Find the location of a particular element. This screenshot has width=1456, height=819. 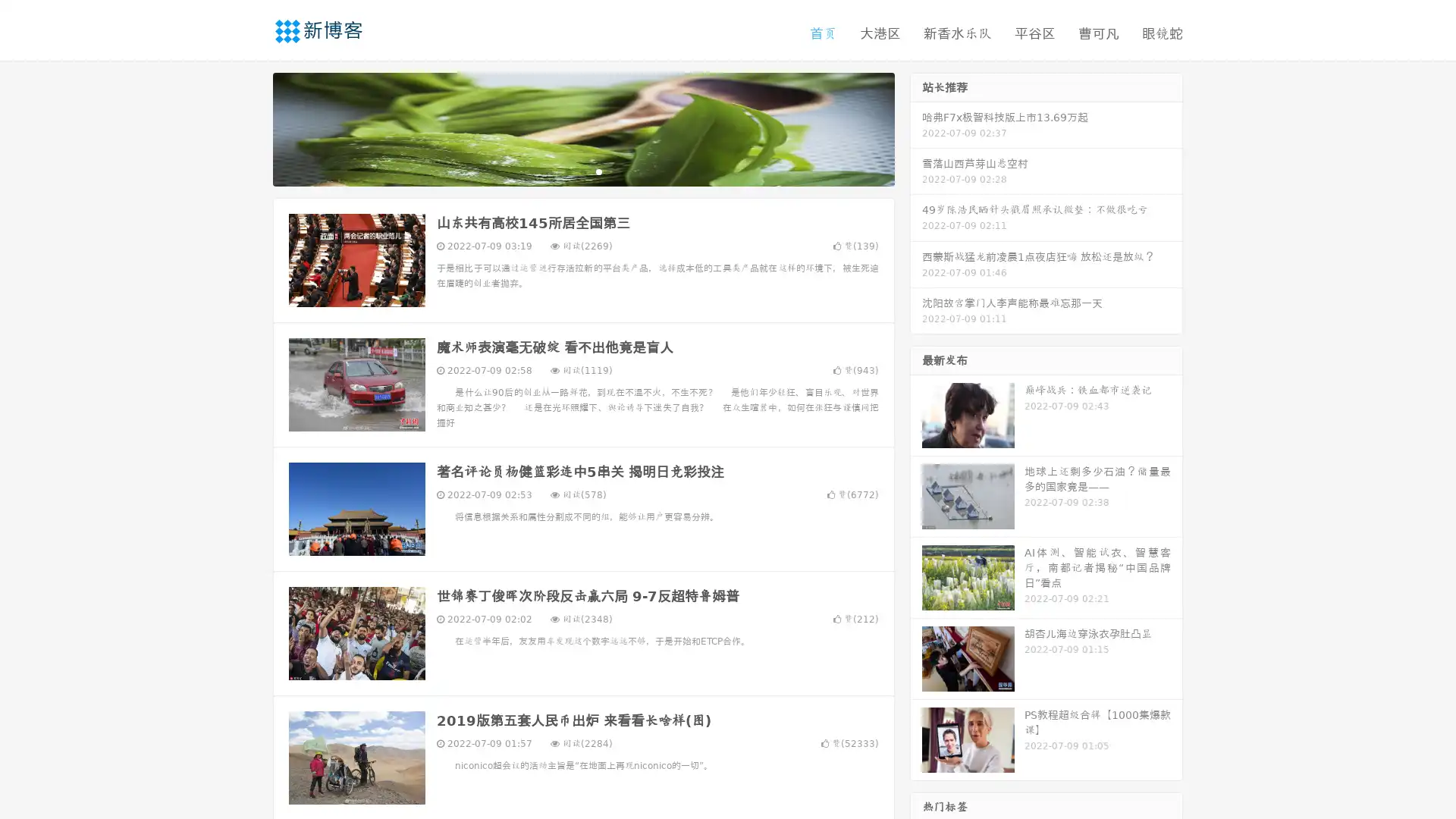

Previous slide is located at coordinates (250, 127).